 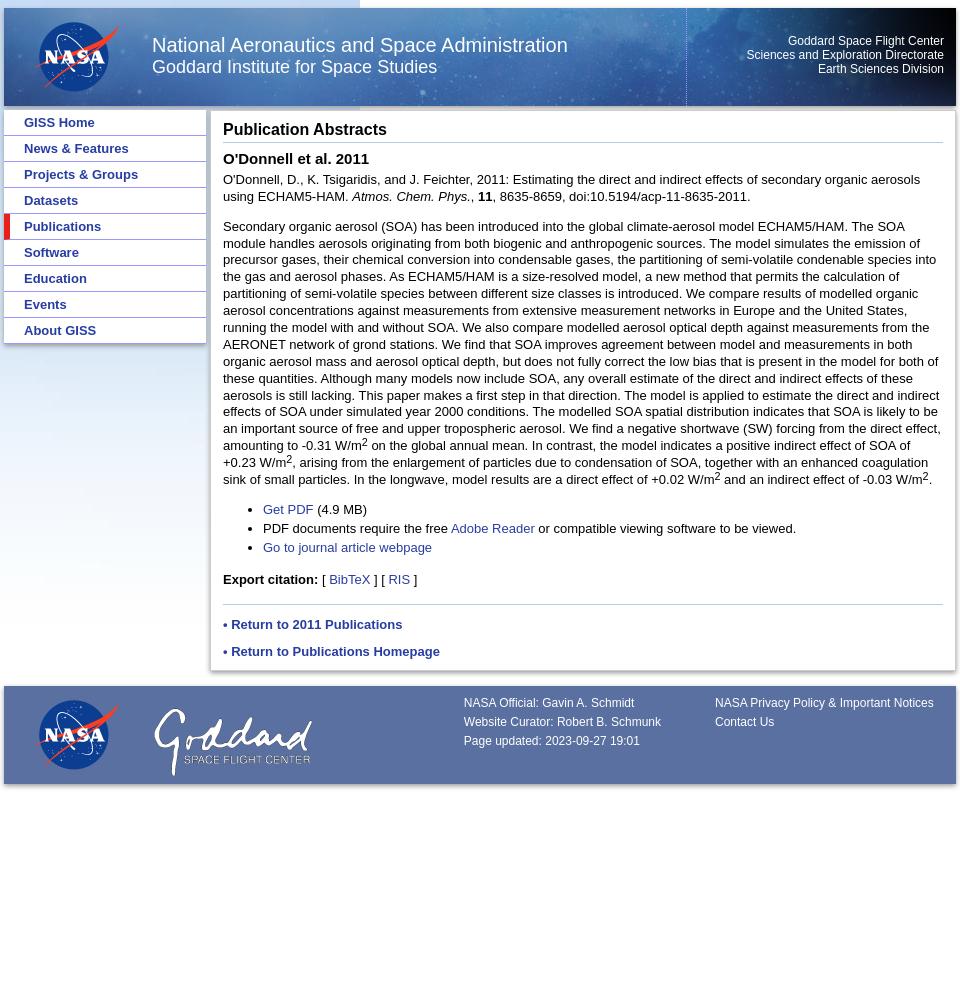 I want to click on 'or compatible viewing software to be viewed.', so click(x=664, y=527).